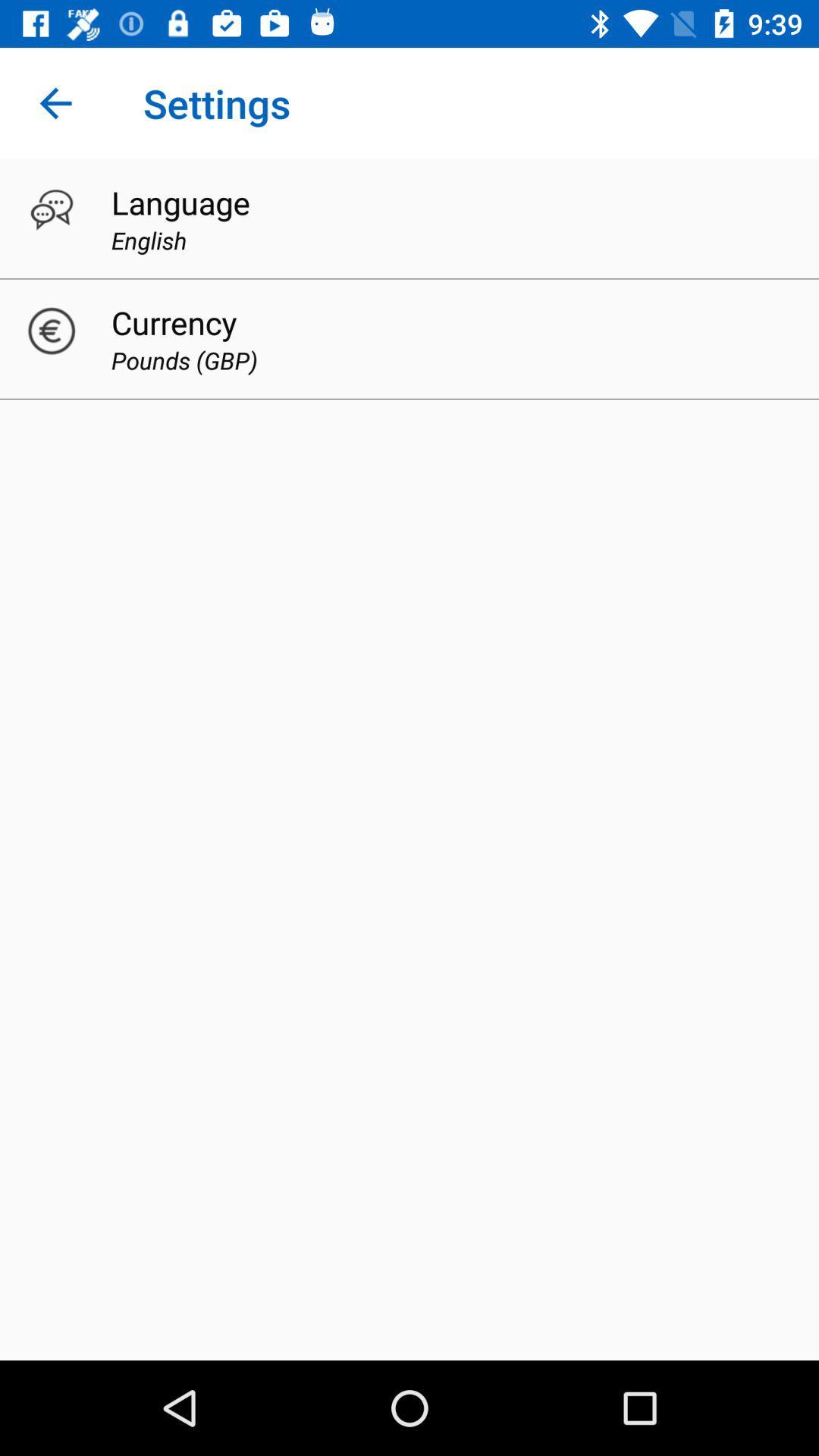 The width and height of the screenshot is (819, 1456). What do you see at coordinates (173, 322) in the screenshot?
I see `currency item` at bounding box center [173, 322].